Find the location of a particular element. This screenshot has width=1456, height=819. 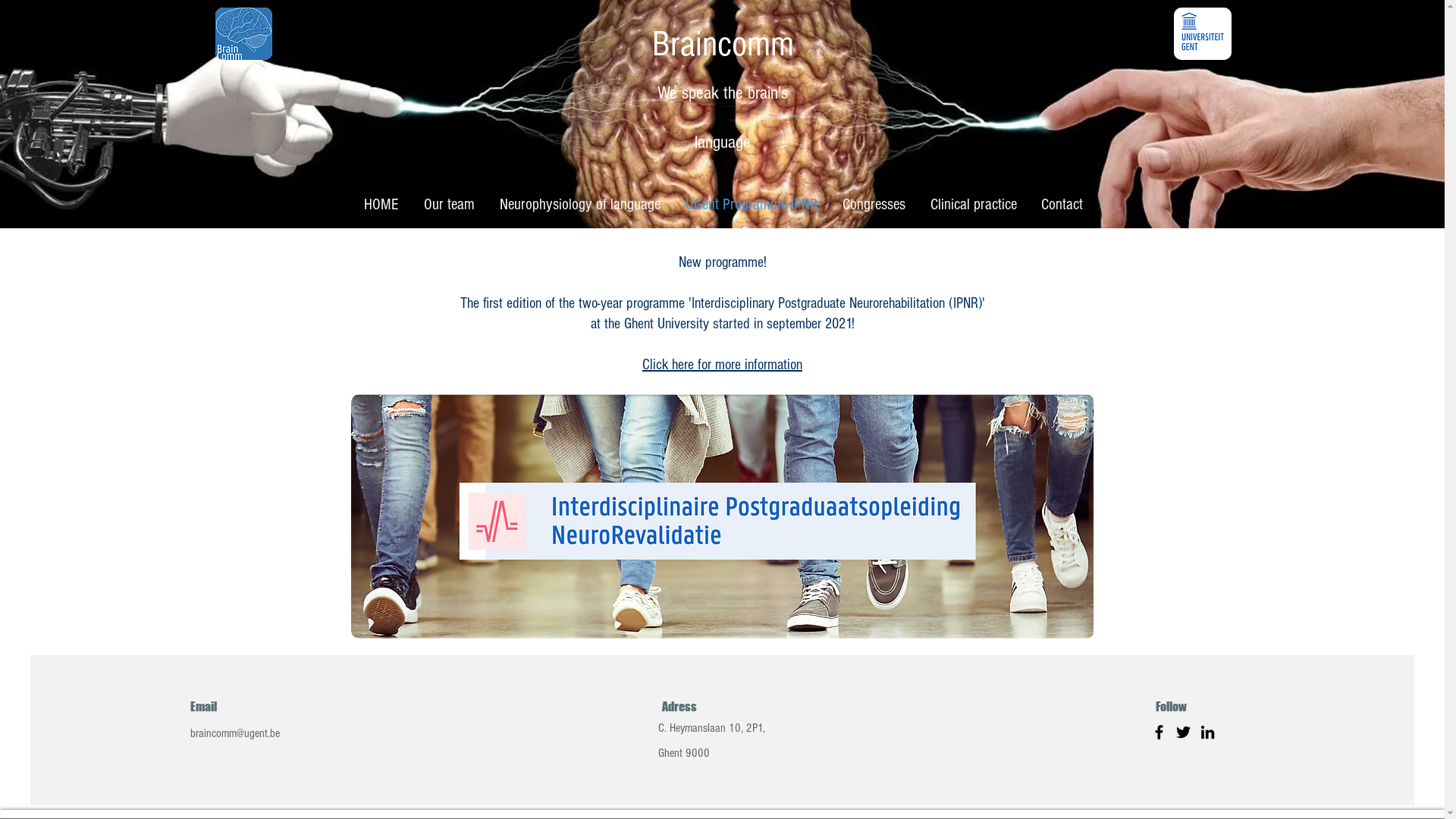

'C. Heymanslaan 10, 2P1,' is located at coordinates (711, 727).